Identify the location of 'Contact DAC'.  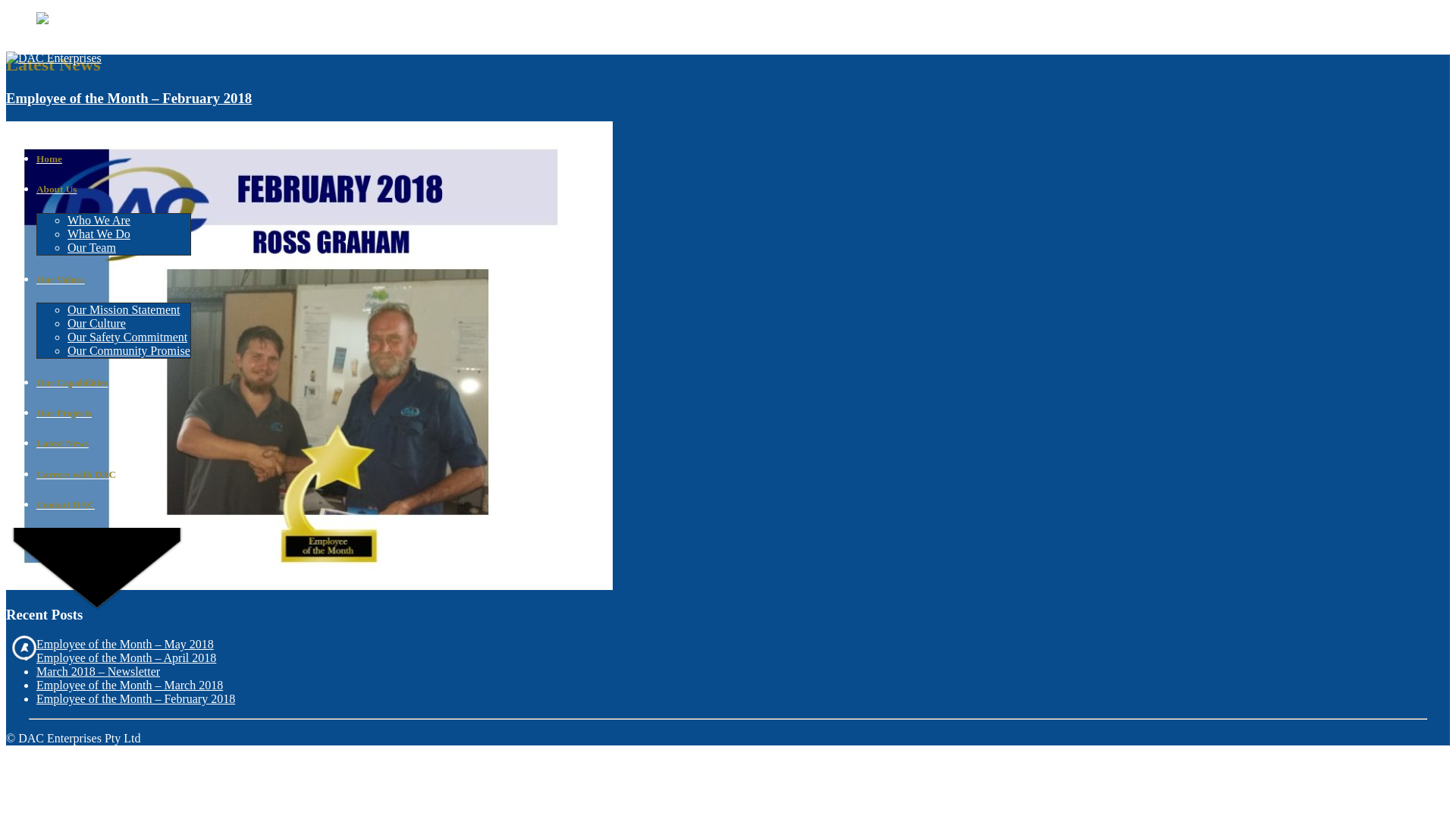
(36, 505).